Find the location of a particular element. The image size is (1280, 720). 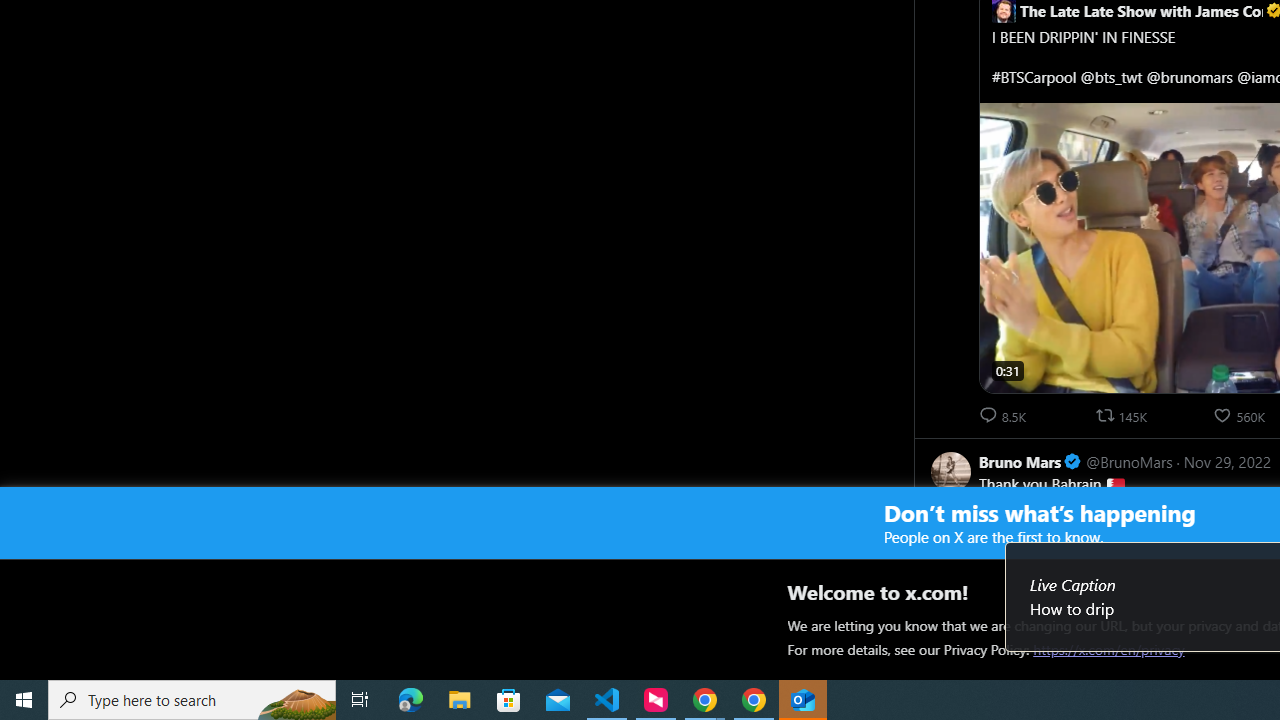

'Nov 29, 2022' is located at coordinates (1225, 461).